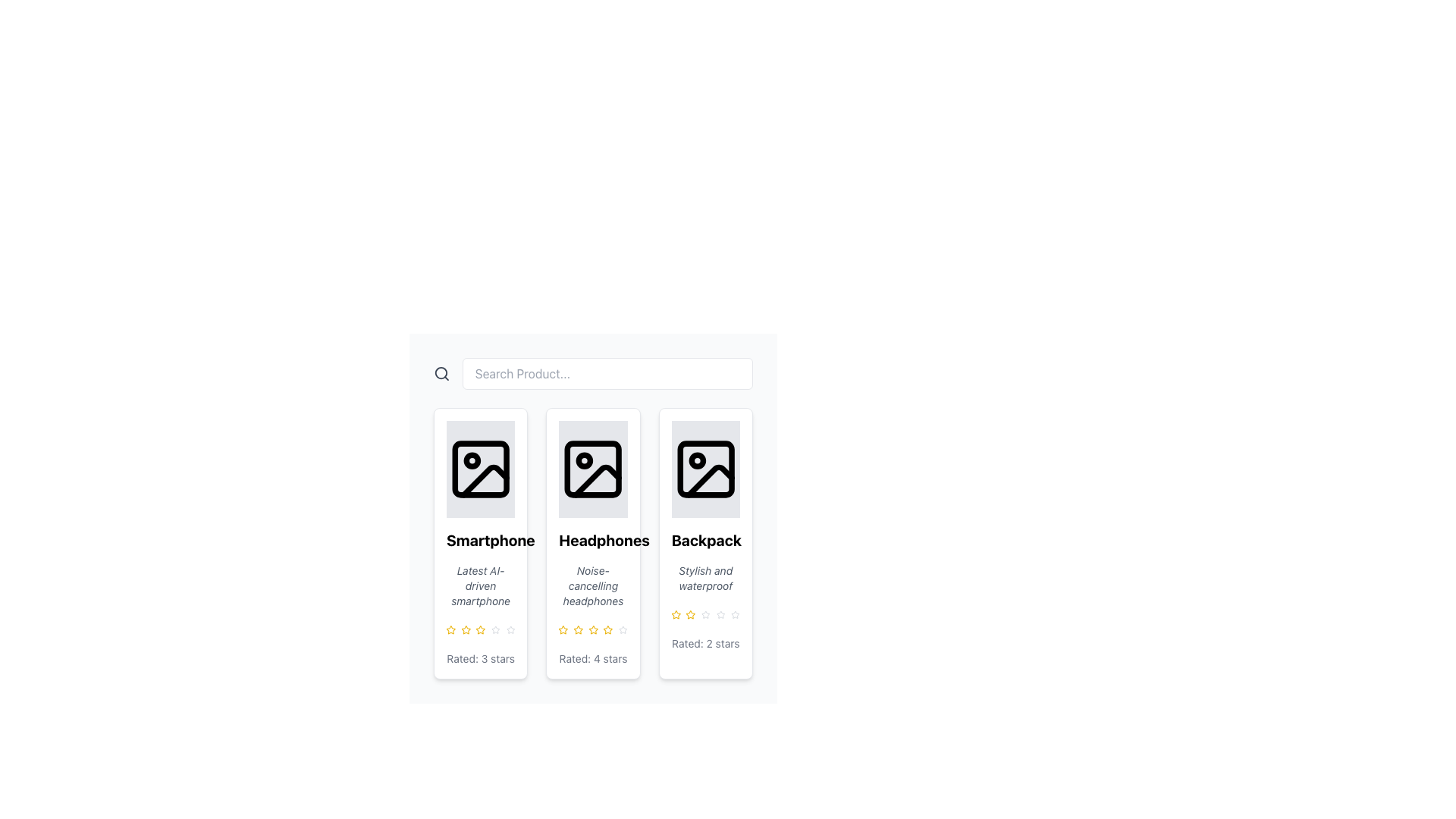 The height and width of the screenshot is (819, 1456). What do you see at coordinates (690, 614) in the screenshot?
I see `the second yellow star-shaped rating icon in the rating section of the 'Backpack' product card to indicate a rating selection` at bounding box center [690, 614].